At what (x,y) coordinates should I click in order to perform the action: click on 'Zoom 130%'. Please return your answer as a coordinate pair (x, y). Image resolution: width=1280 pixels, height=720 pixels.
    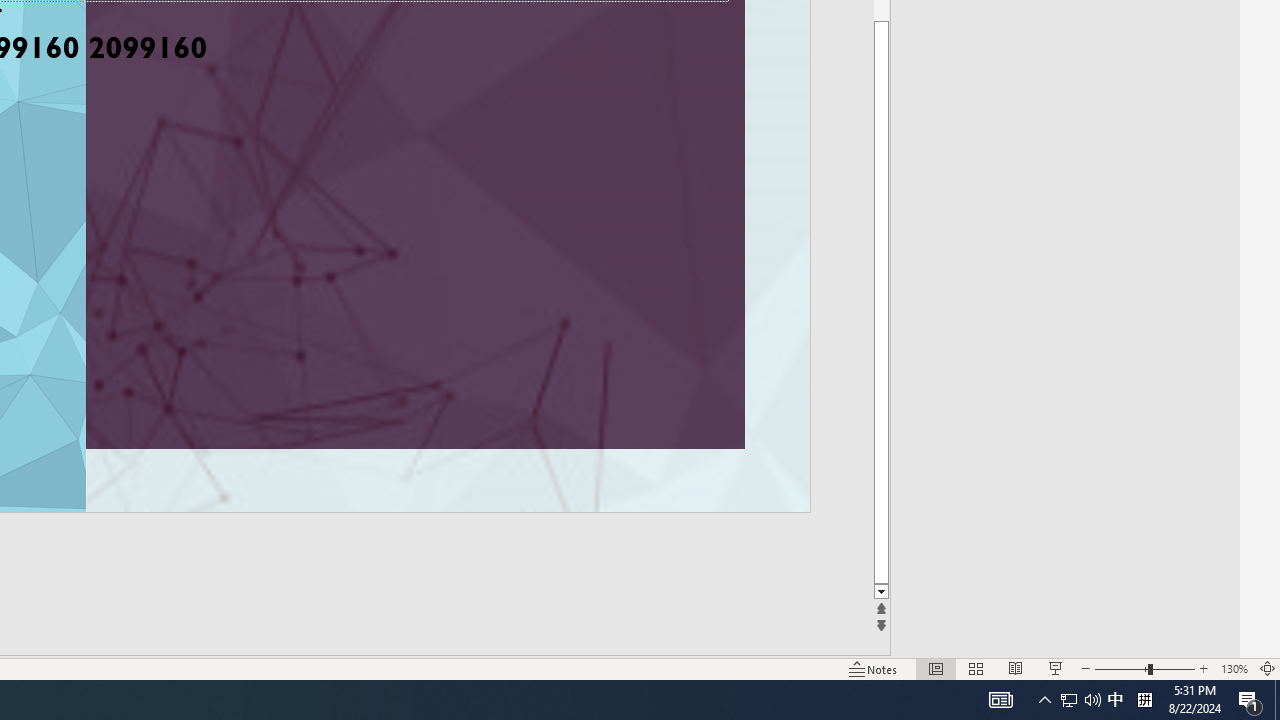
    Looking at the image, I should click on (1233, 669).